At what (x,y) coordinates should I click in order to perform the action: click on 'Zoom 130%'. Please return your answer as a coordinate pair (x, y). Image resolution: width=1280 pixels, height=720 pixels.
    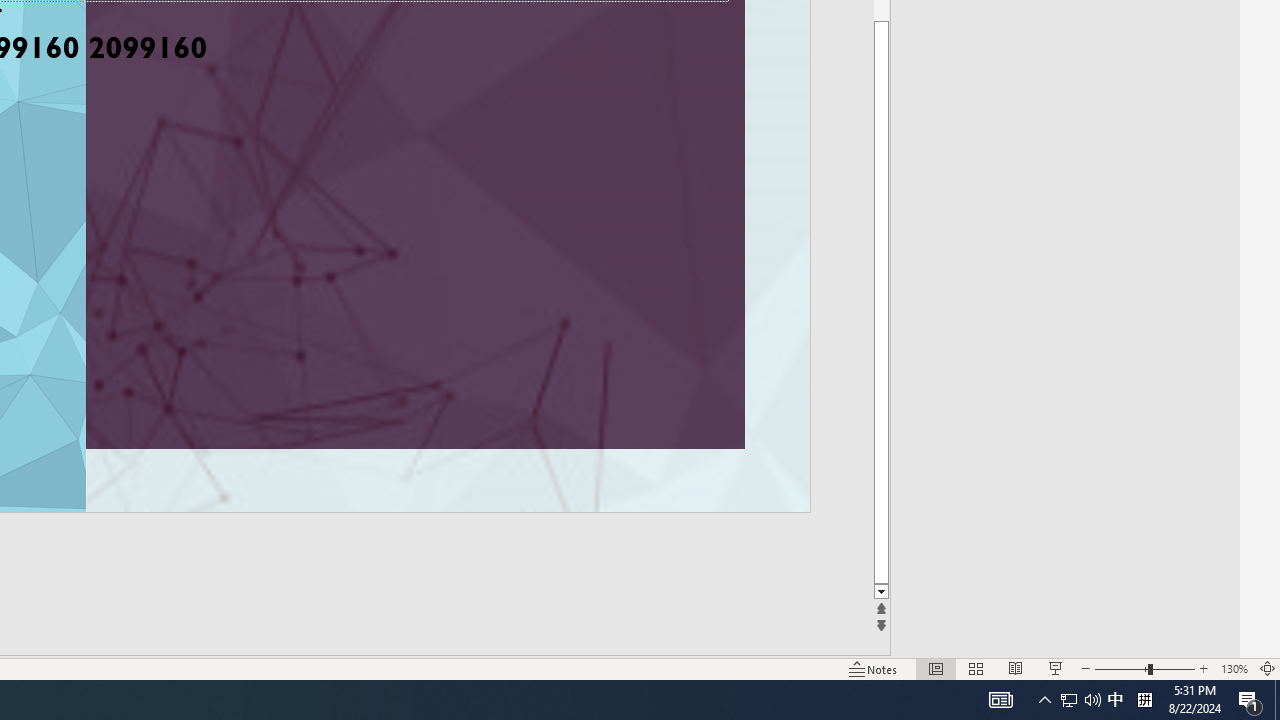
    Looking at the image, I should click on (1233, 669).